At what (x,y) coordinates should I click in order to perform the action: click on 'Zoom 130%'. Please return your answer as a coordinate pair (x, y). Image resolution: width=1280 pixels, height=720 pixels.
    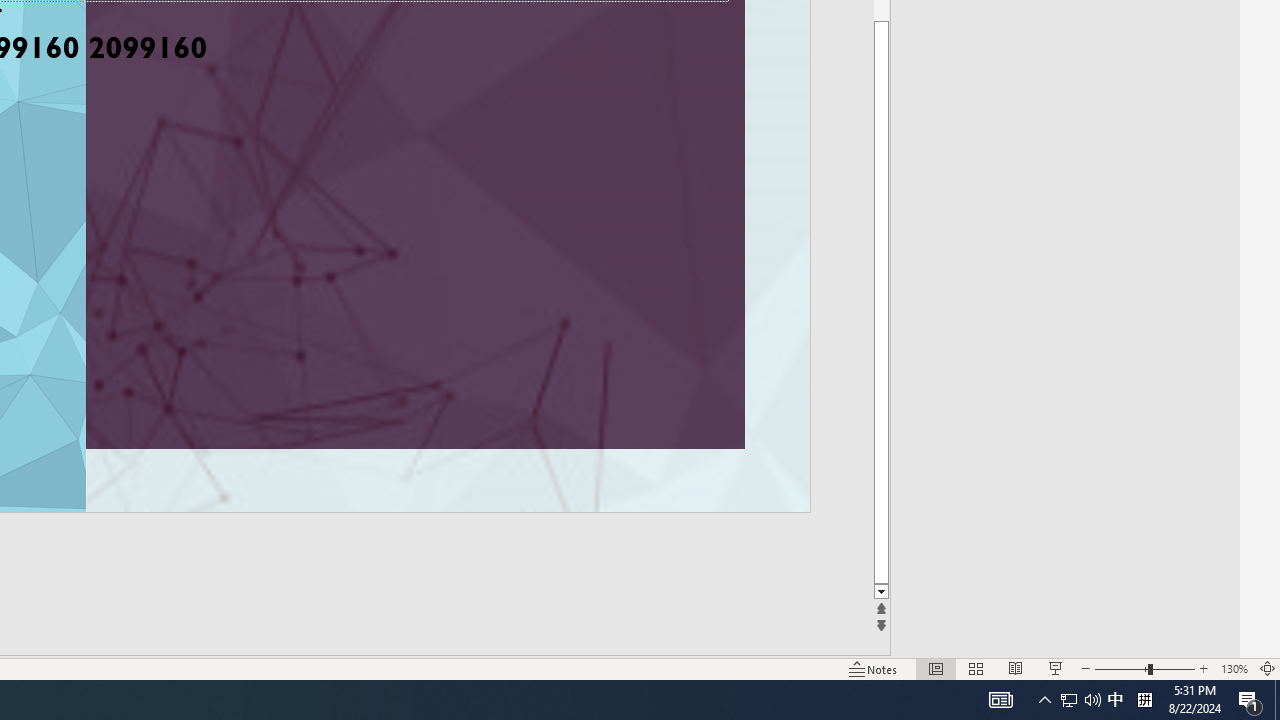
    Looking at the image, I should click on (1233, 669).